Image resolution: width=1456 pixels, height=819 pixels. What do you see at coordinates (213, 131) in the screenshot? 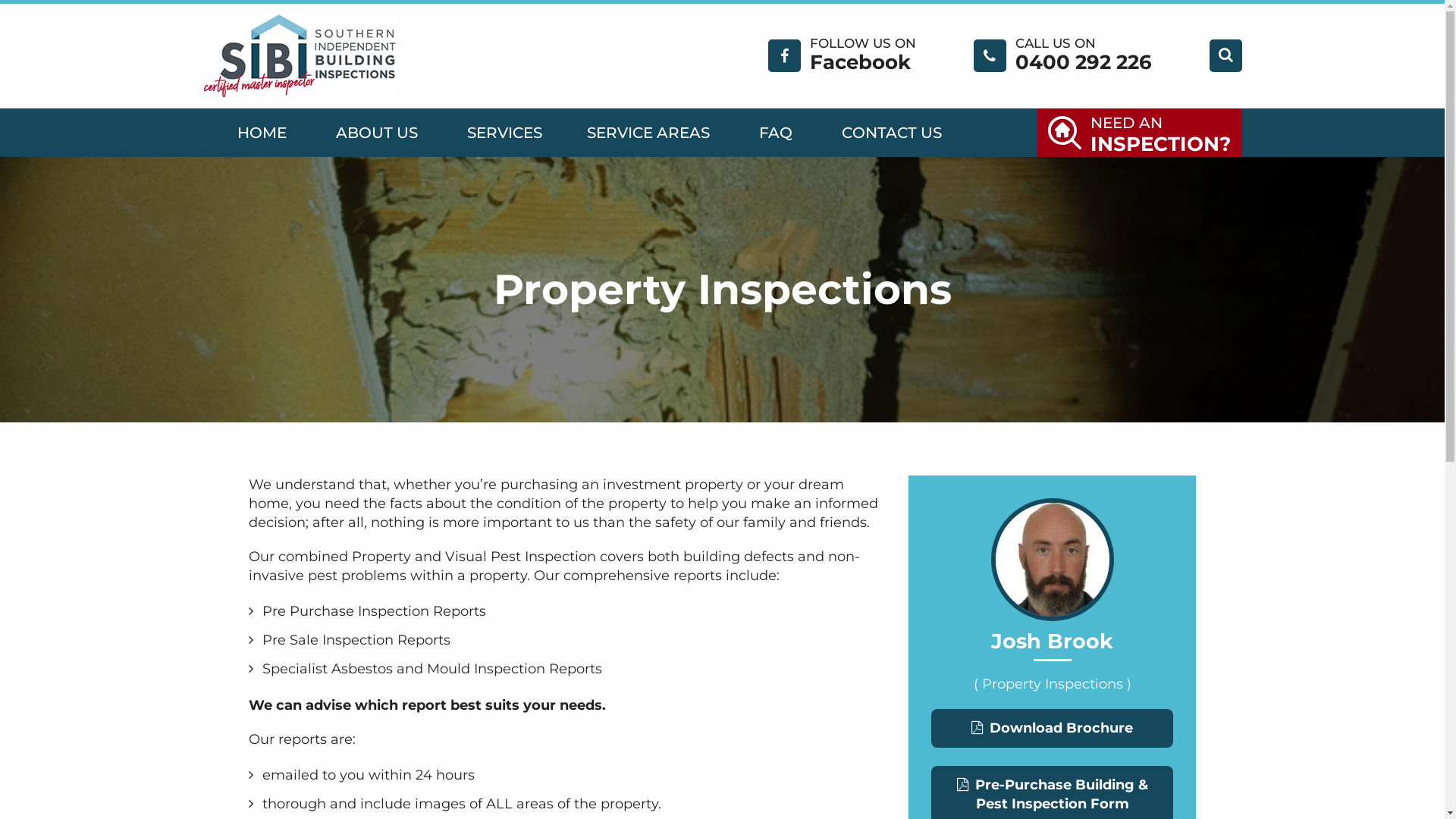
I see `'HOME'` at bounding box center [213, 131].